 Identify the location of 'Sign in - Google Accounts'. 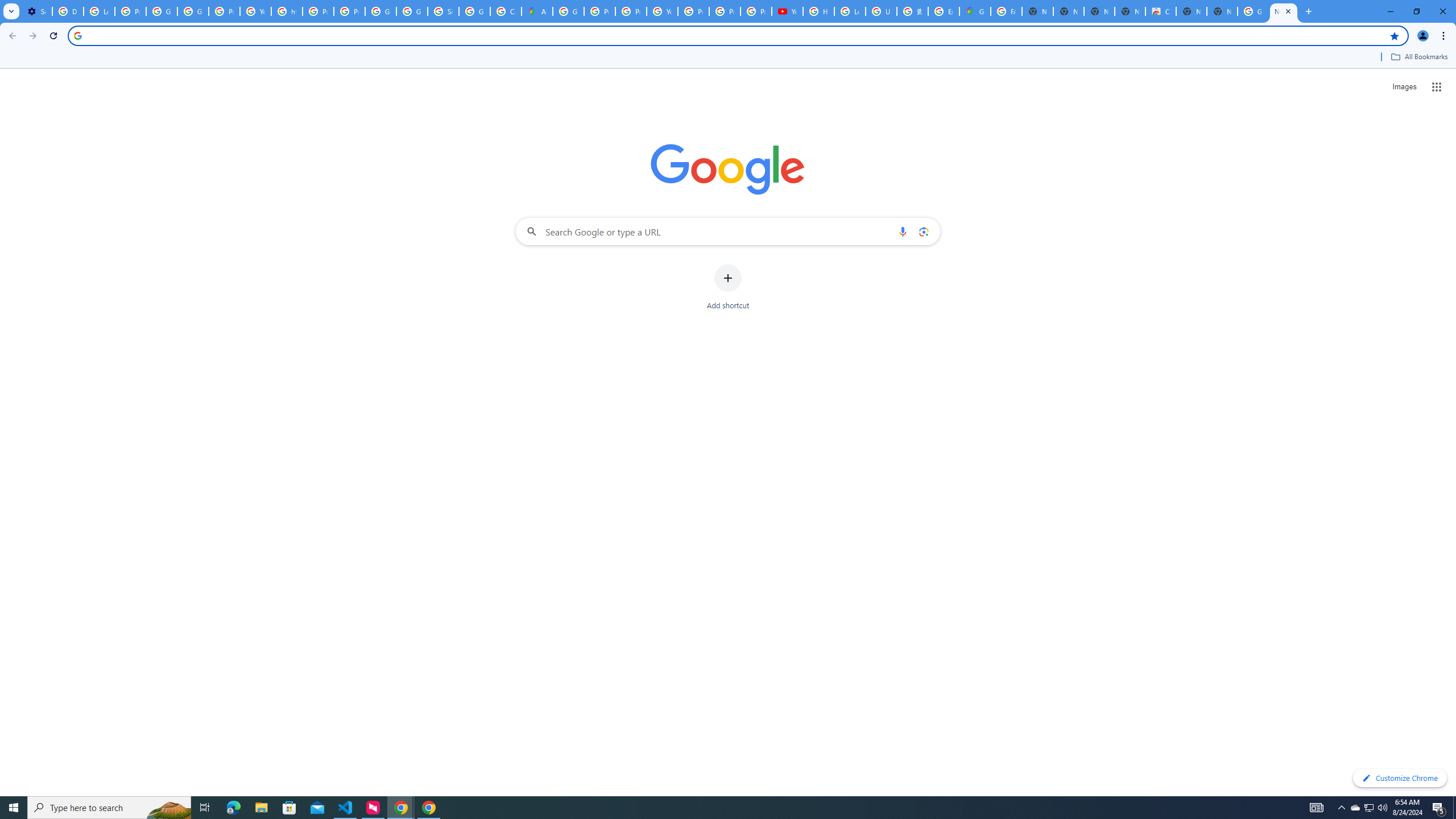
(442, 11).